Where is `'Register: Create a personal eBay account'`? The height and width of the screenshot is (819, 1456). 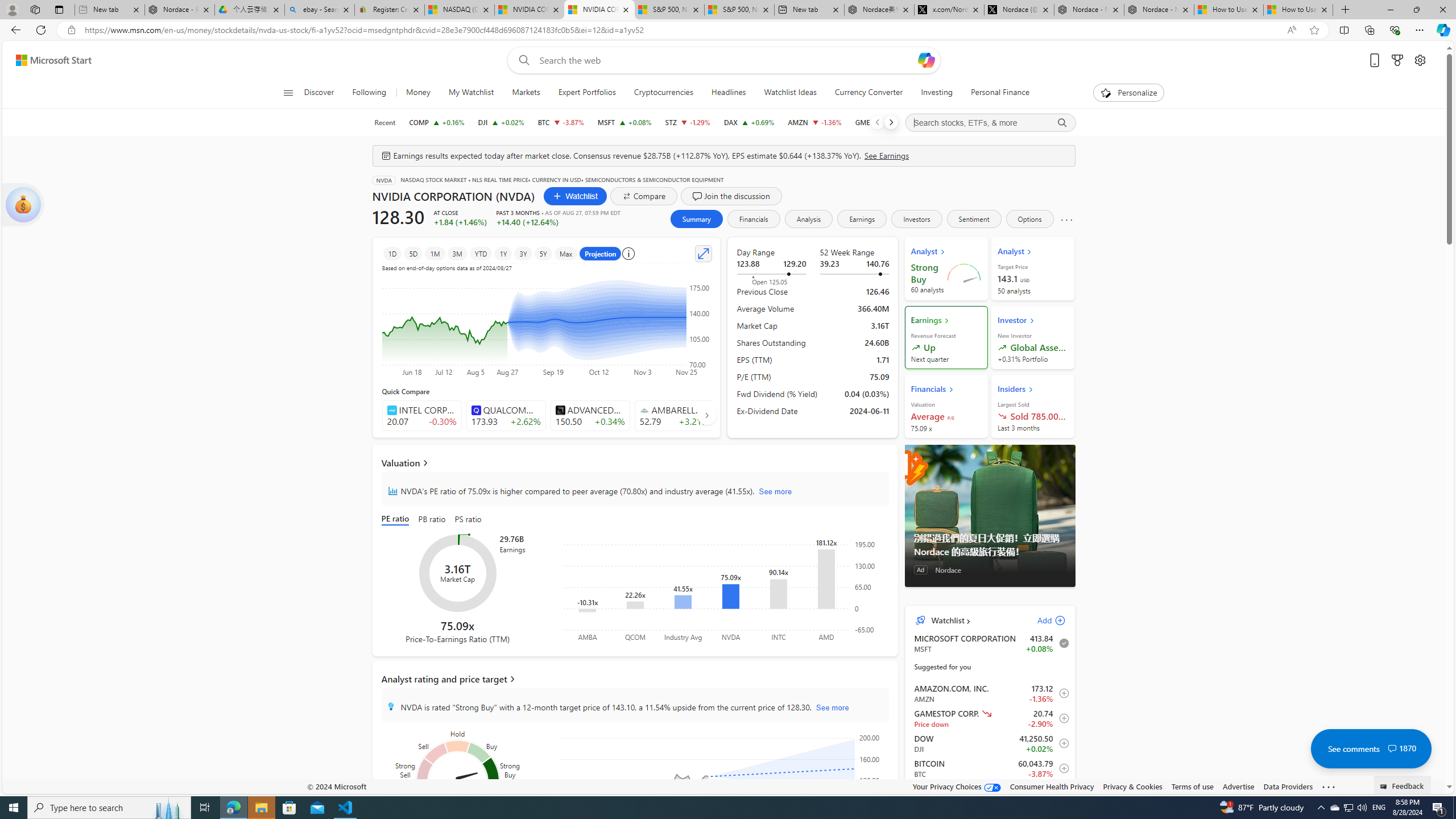
'Register: Create a personal eBay account' is located at coordinates (389, 9).